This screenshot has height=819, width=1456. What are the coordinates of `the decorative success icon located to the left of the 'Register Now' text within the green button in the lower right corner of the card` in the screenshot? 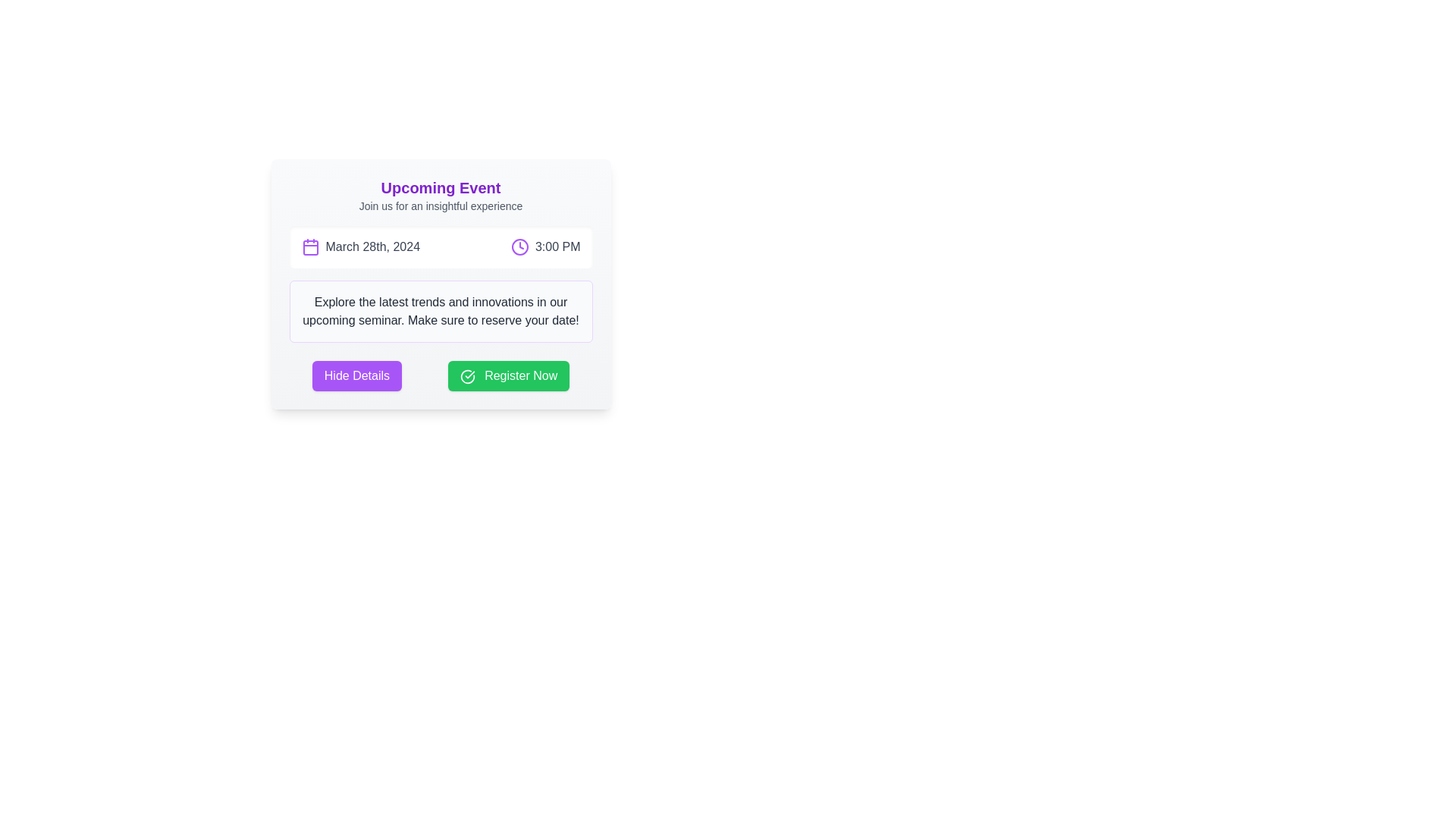 It's located at (466, 375).